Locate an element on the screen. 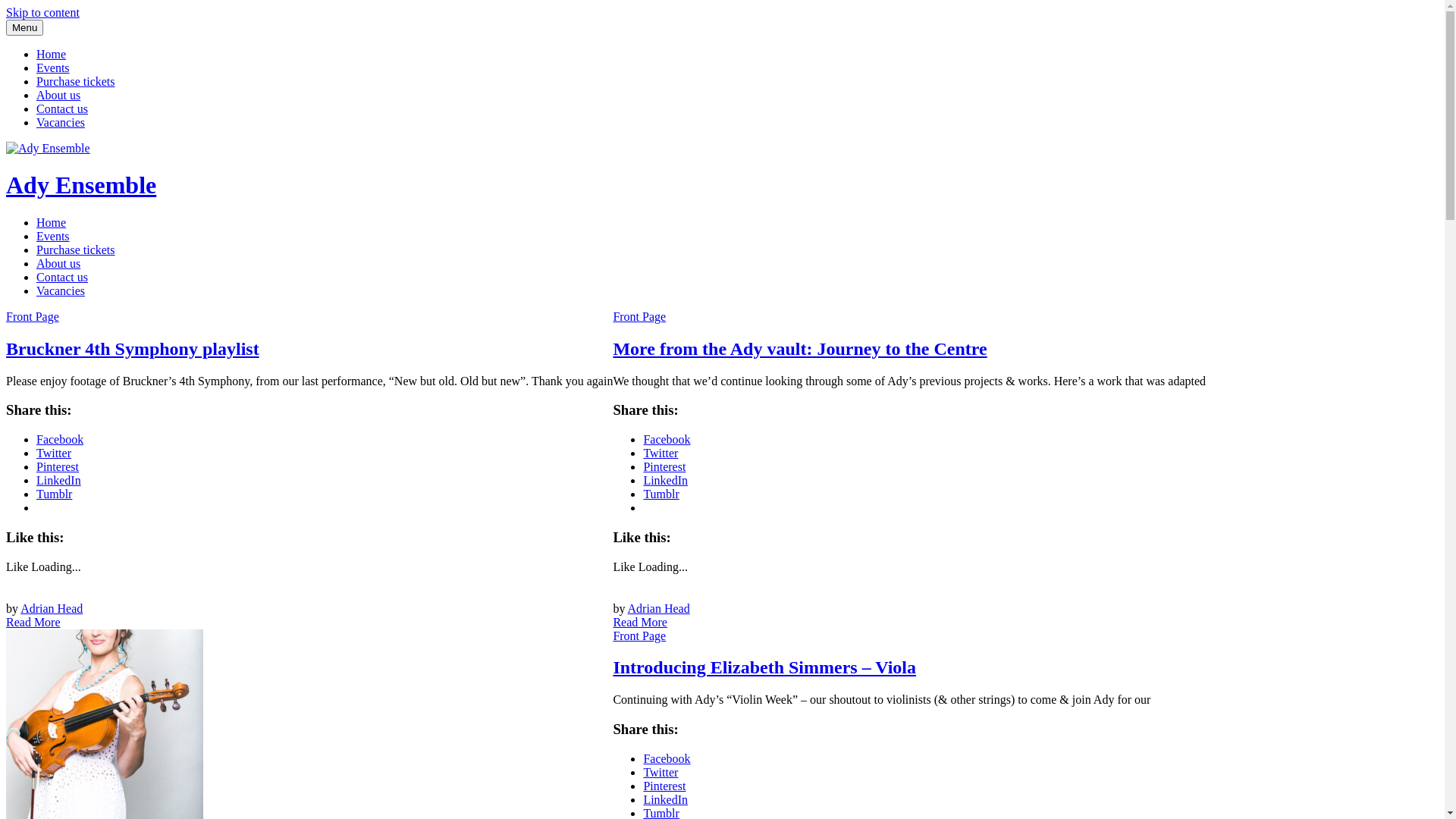 Image resolution: width=1456 pixels, height=819 pixels. 'Read More' is located at coordinates (33, 622).